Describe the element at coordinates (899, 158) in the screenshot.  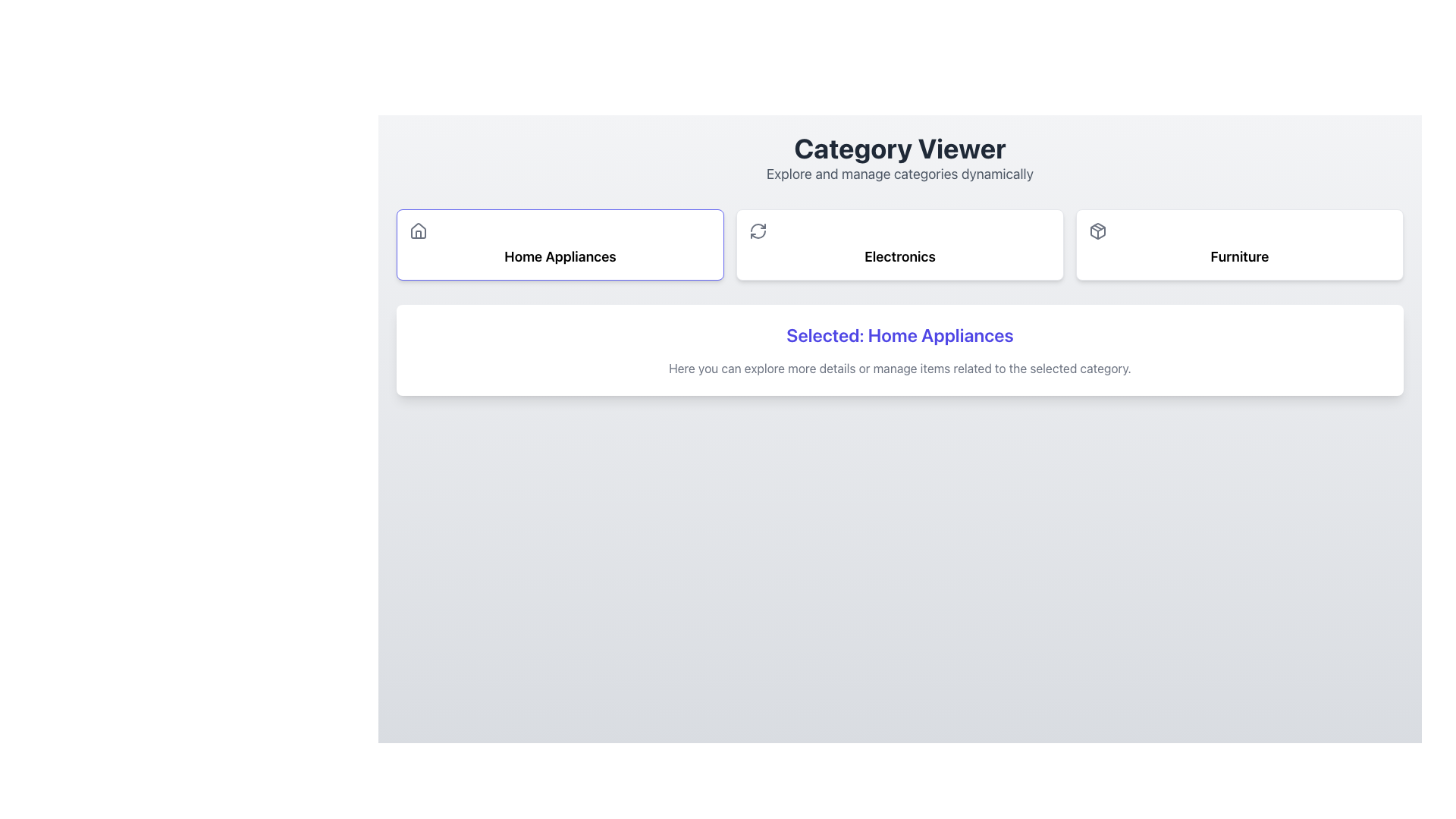
I see `the descriptive header indicating the interface for viewing and managing categories, located above the category buttons` at that location.